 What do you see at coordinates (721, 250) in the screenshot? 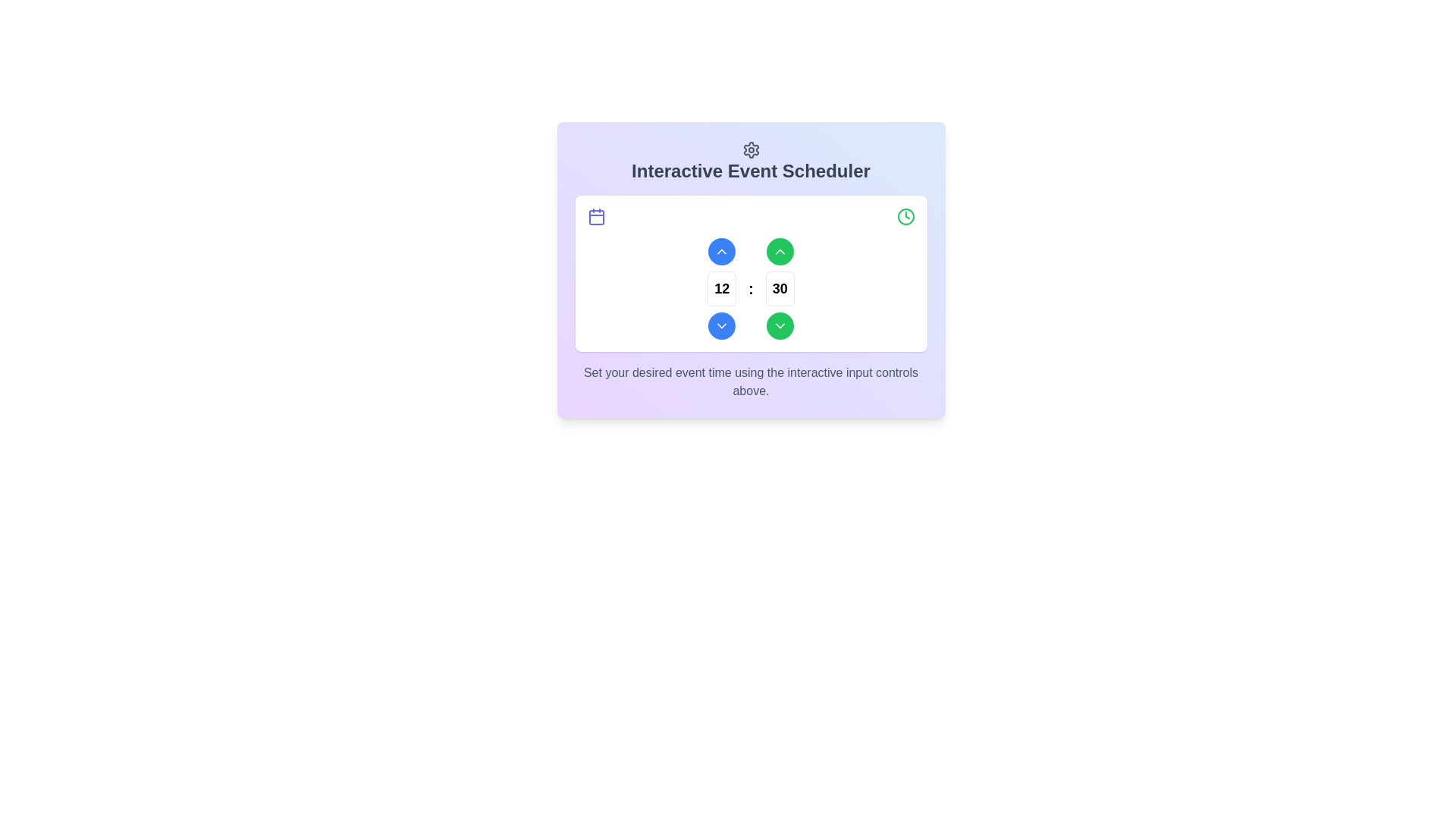
I see `the upward-pointing button used to increase the hour value in the adjacent '12' time field for accessibility navigation` at bounding box center [721, 250].